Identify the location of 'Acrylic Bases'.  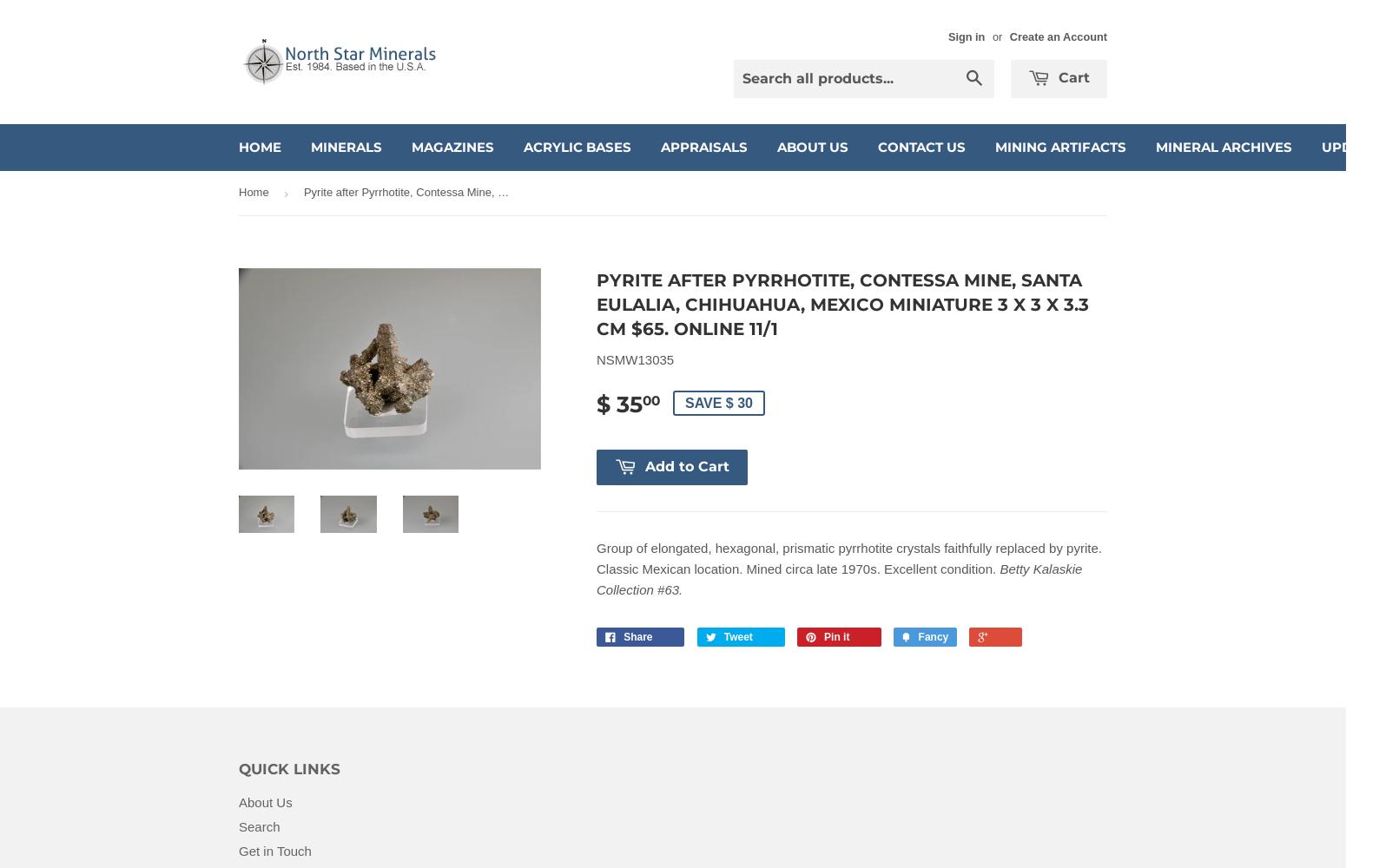
(577, 147).